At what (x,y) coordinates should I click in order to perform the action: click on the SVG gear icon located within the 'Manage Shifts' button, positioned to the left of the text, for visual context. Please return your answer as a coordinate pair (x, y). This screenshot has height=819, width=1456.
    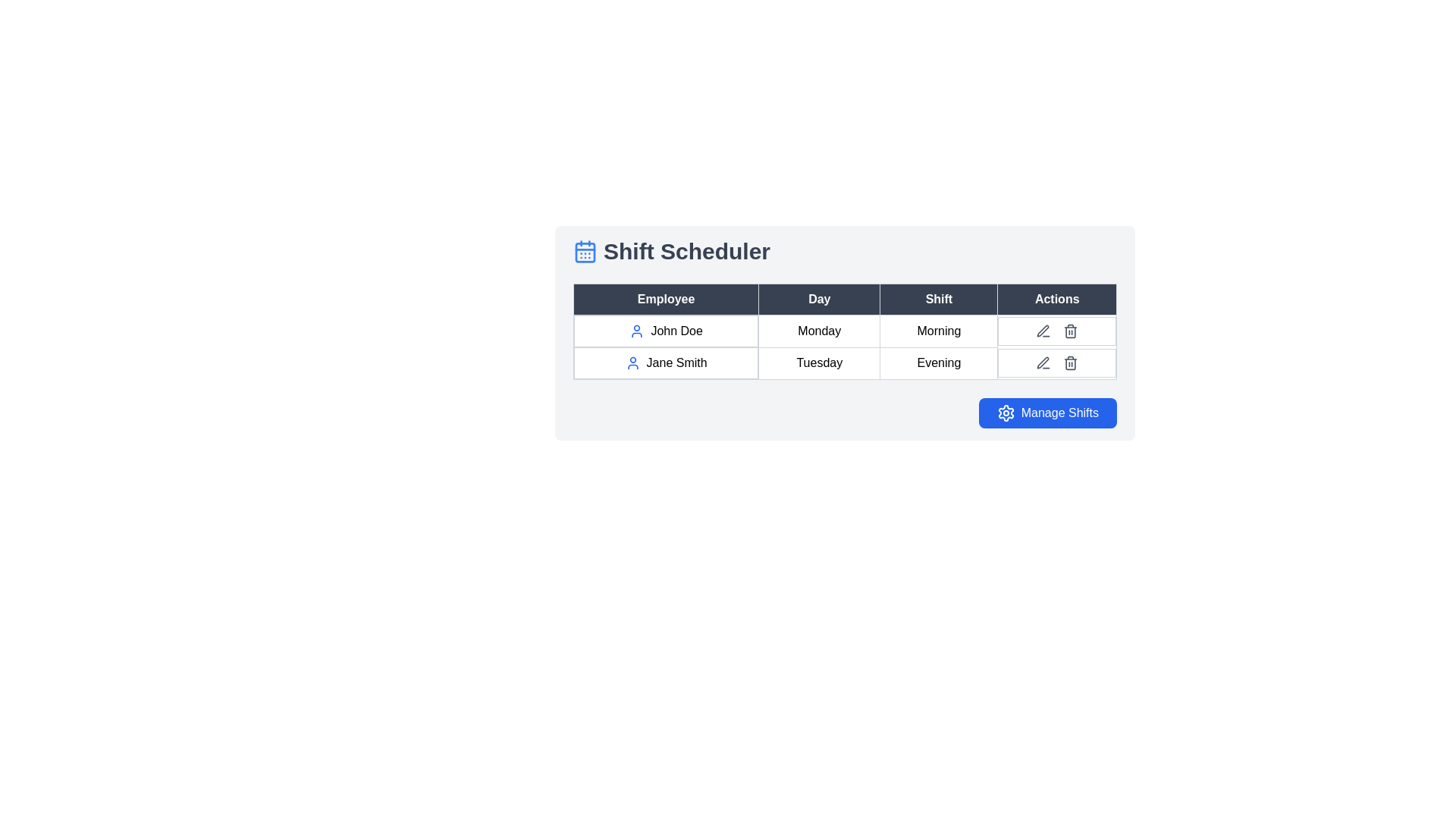
    Looking at the image, I should click on (1006, 413).